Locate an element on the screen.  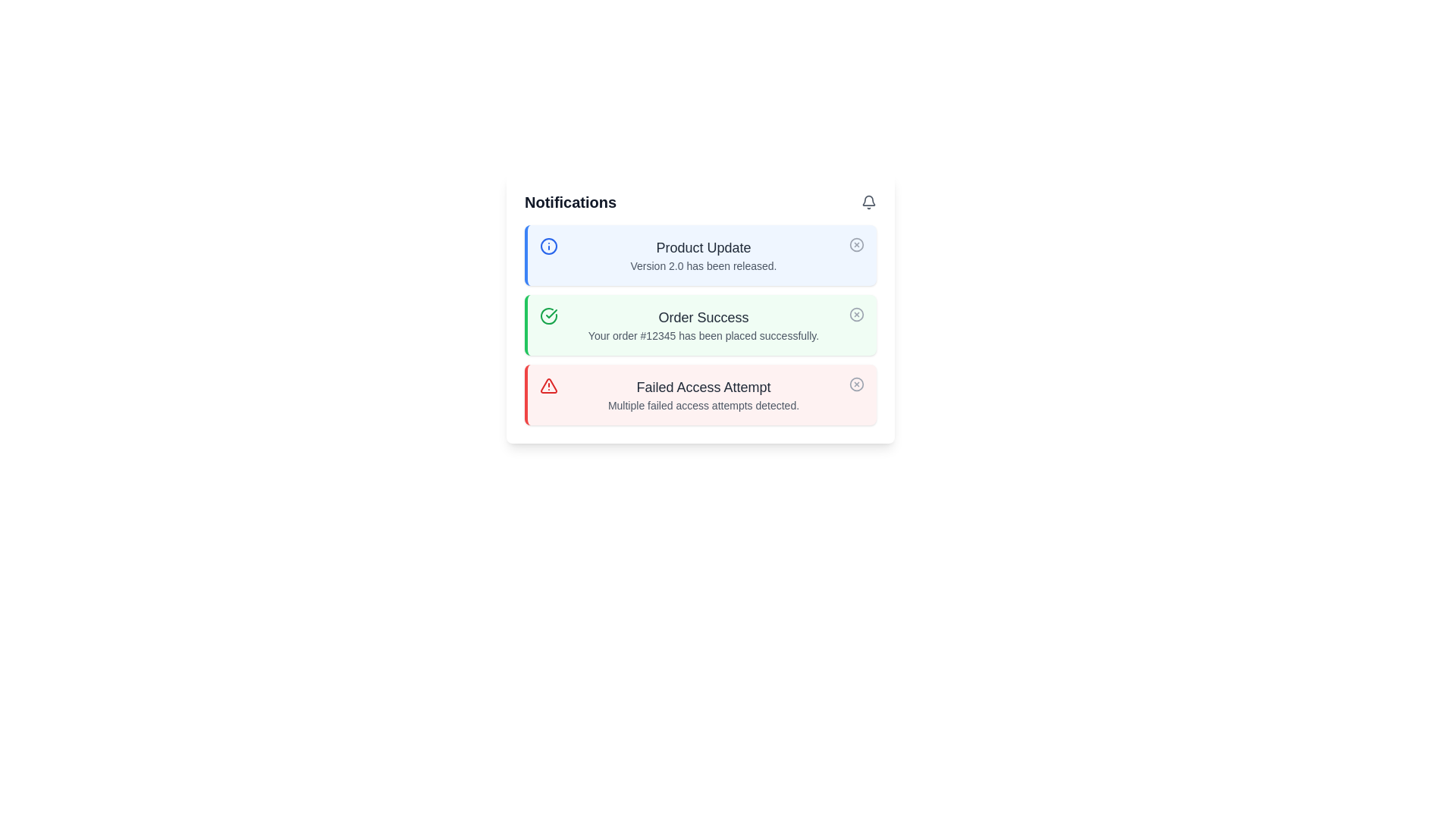
the notification type represented by the circular icon with a blue outline and a blue dot, located within the 'Product Update' notification card is located at coordinates (548, 245).